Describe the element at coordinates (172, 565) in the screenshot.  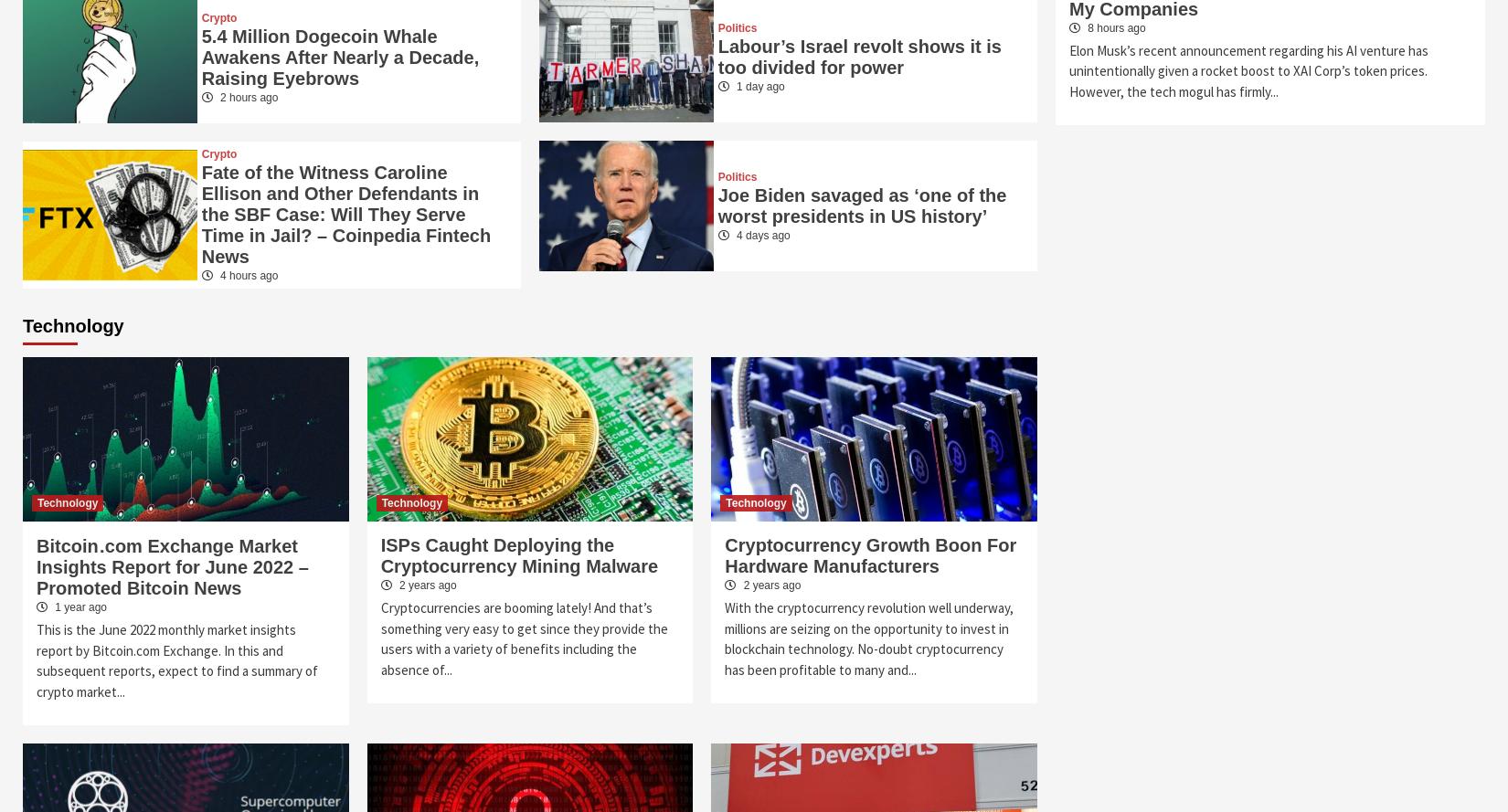
I see `'Bitcoin․com Exchange Market Insights Report for June 2022 – Promoted Bitcoin News'` at that location.